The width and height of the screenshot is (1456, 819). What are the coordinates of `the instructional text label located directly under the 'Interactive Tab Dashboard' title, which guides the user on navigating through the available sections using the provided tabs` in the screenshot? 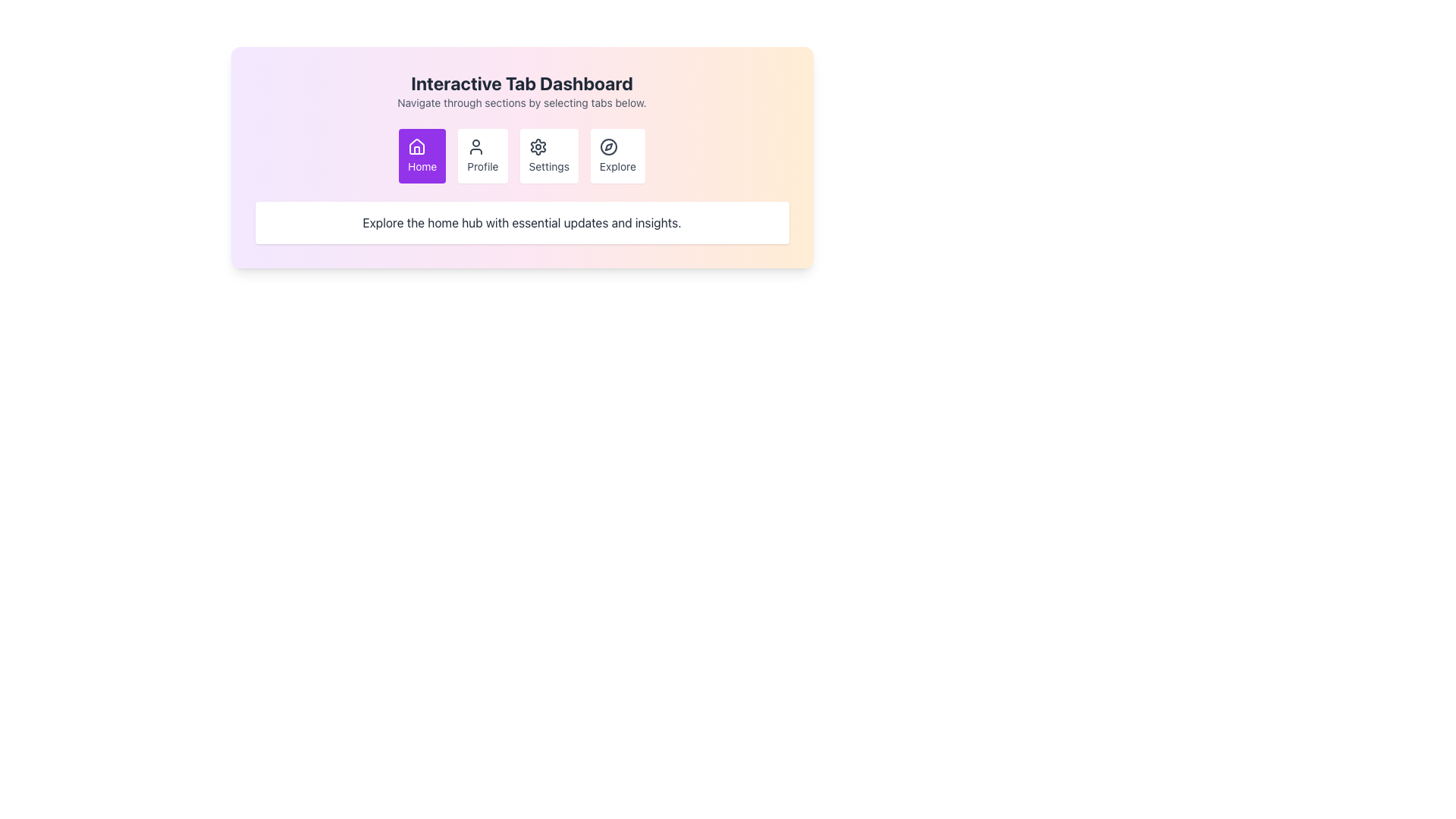 It's located at (522, 102).